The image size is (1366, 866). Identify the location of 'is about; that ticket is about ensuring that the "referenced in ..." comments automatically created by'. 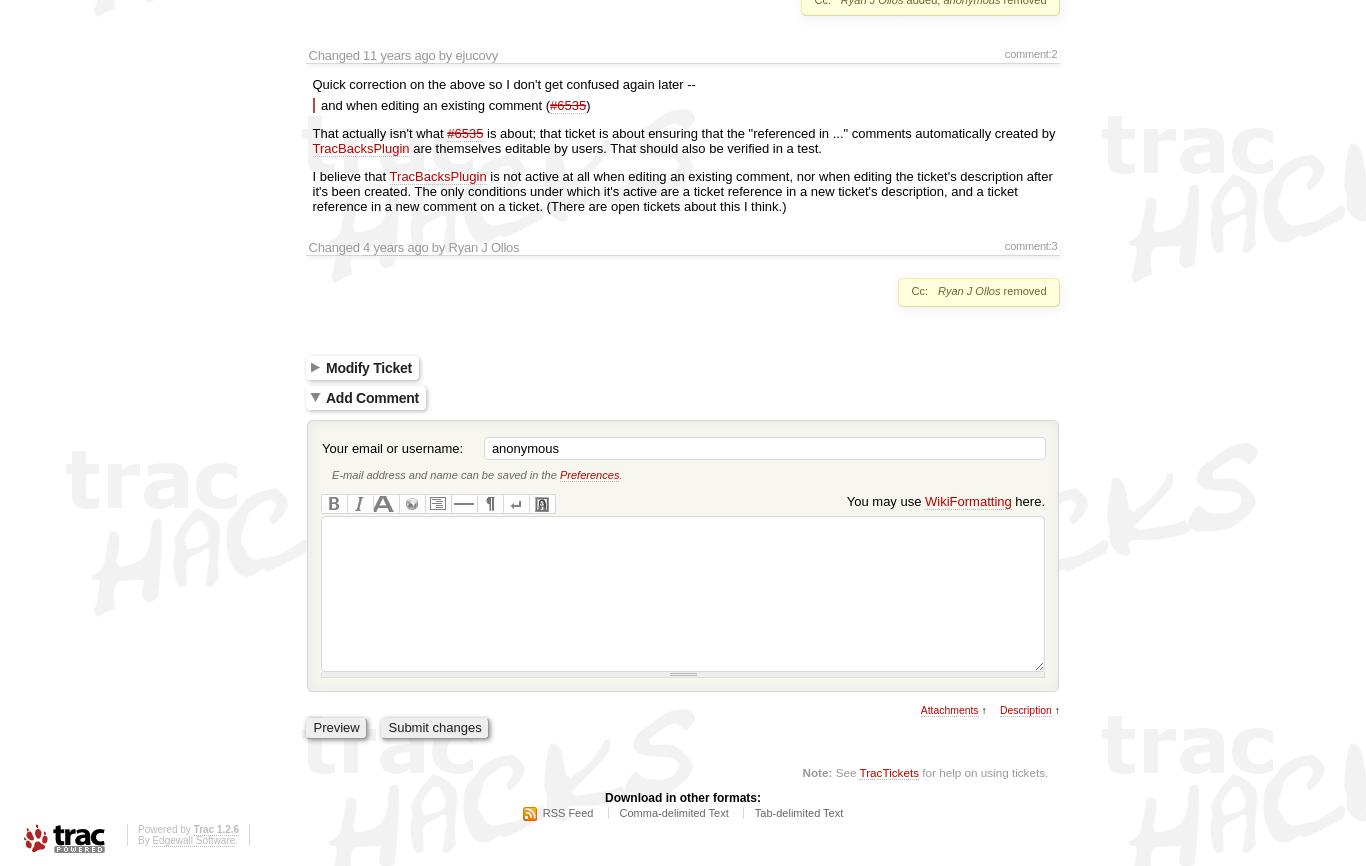
(769, 132).